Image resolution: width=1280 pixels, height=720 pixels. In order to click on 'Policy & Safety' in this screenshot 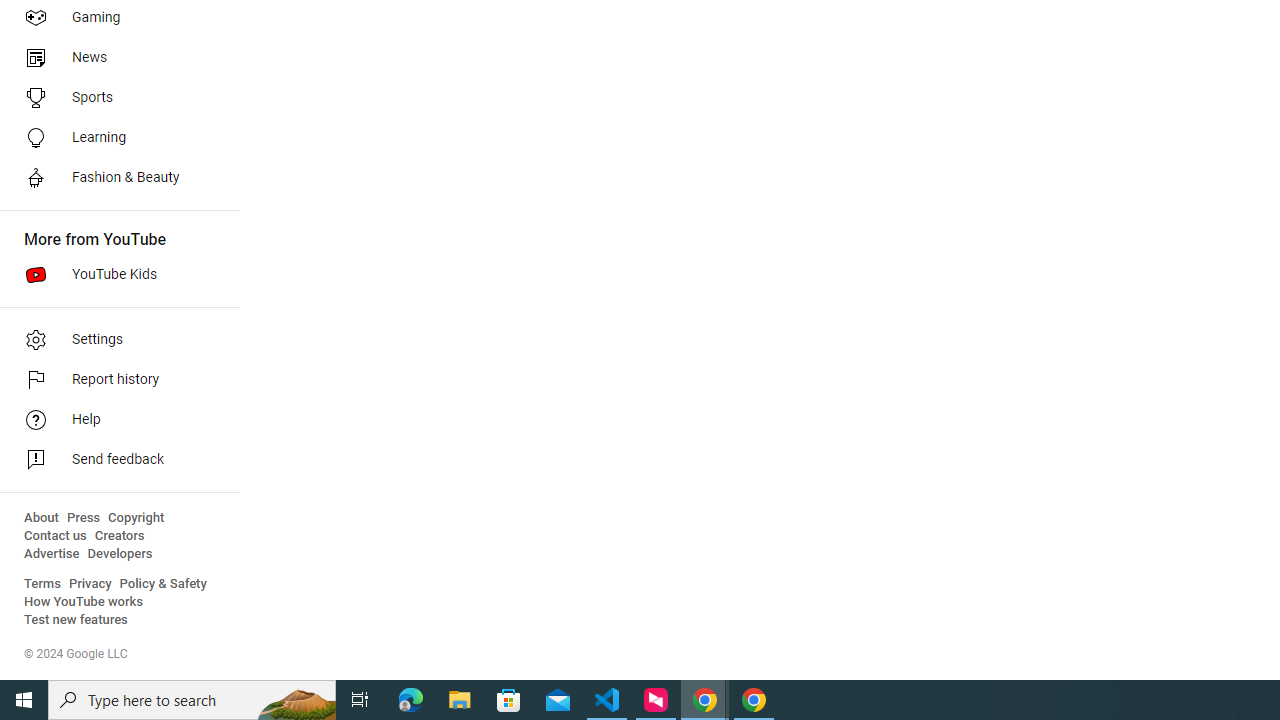, I will do `click(163, 584)`.